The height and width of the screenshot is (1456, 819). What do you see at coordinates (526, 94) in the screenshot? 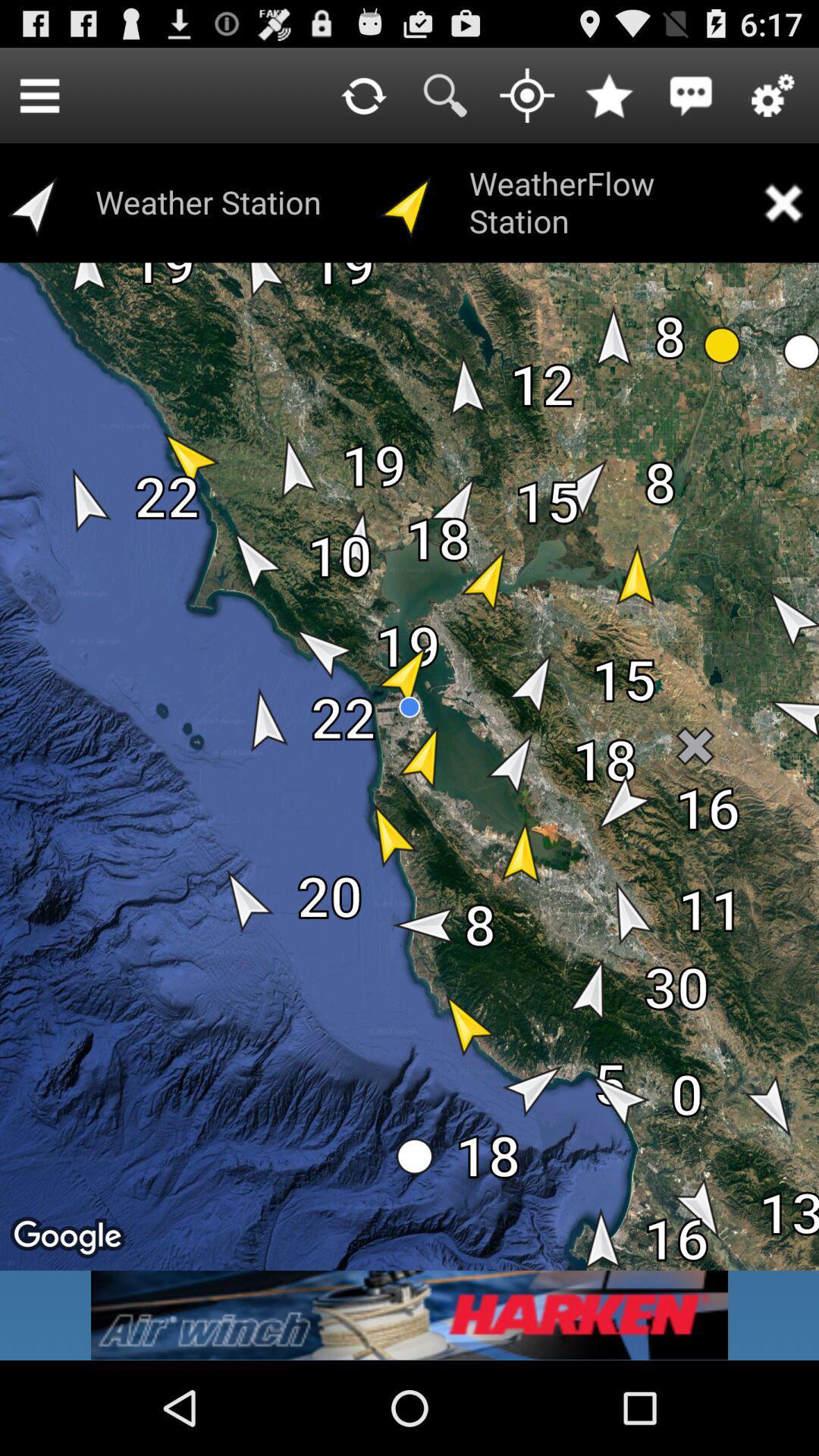
I see `current location` at bounding box center [526, 94].